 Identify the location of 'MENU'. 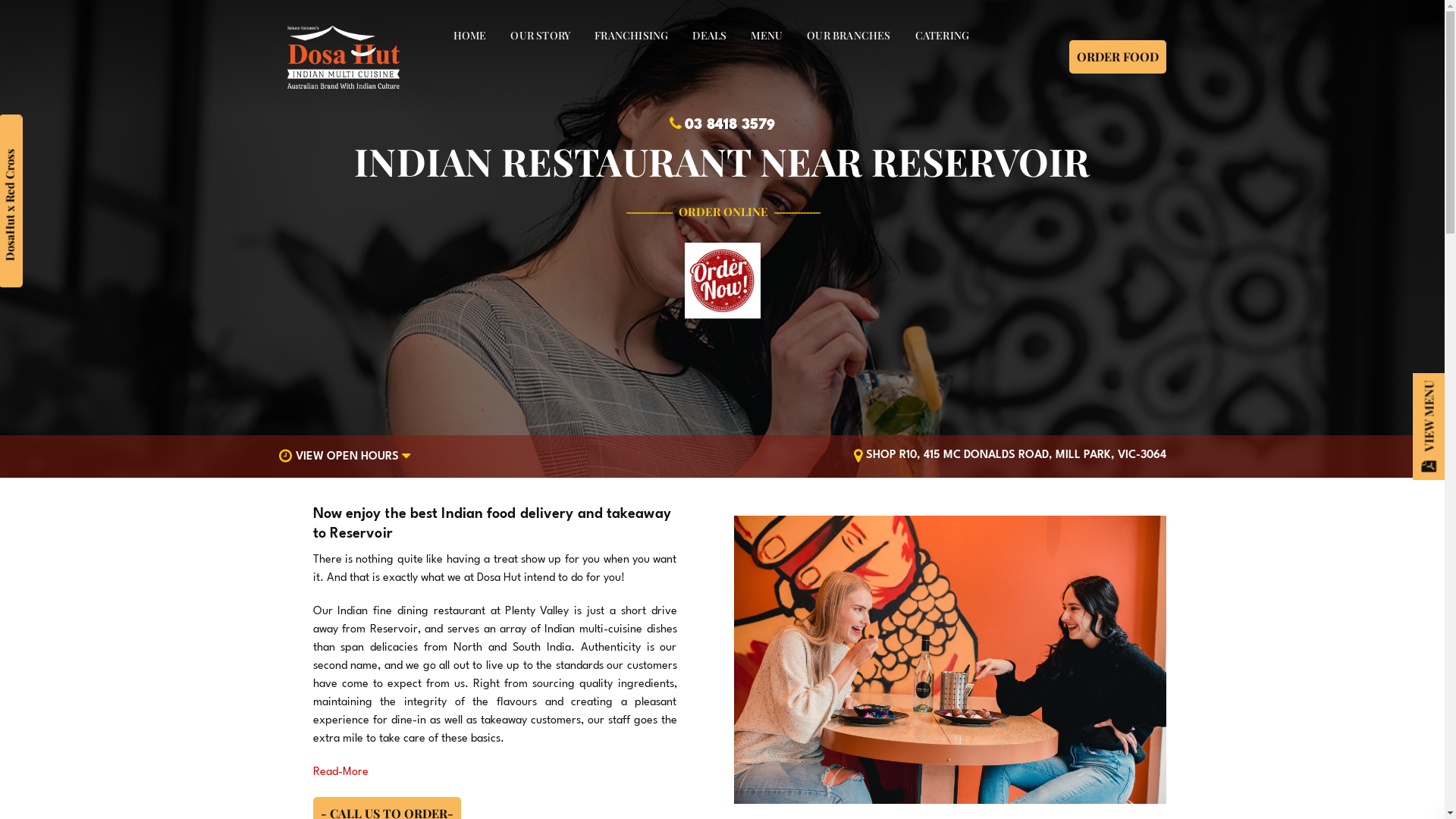
(767, 34).